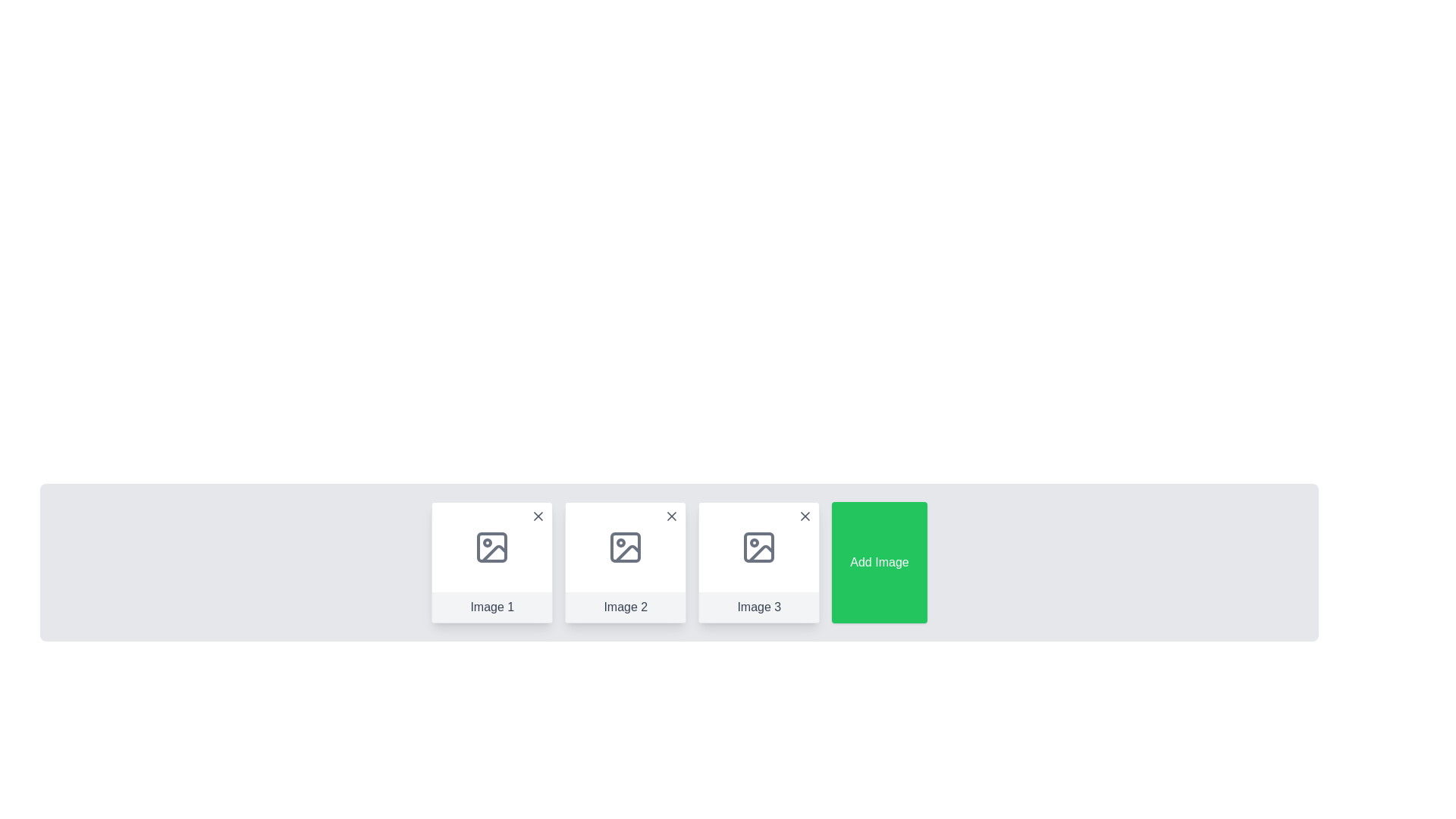 This screenshot has width=1456, height=819. I want to click on the square icon featuring a gray image with a mountain symbol and a circular sun, so click(492, 547).